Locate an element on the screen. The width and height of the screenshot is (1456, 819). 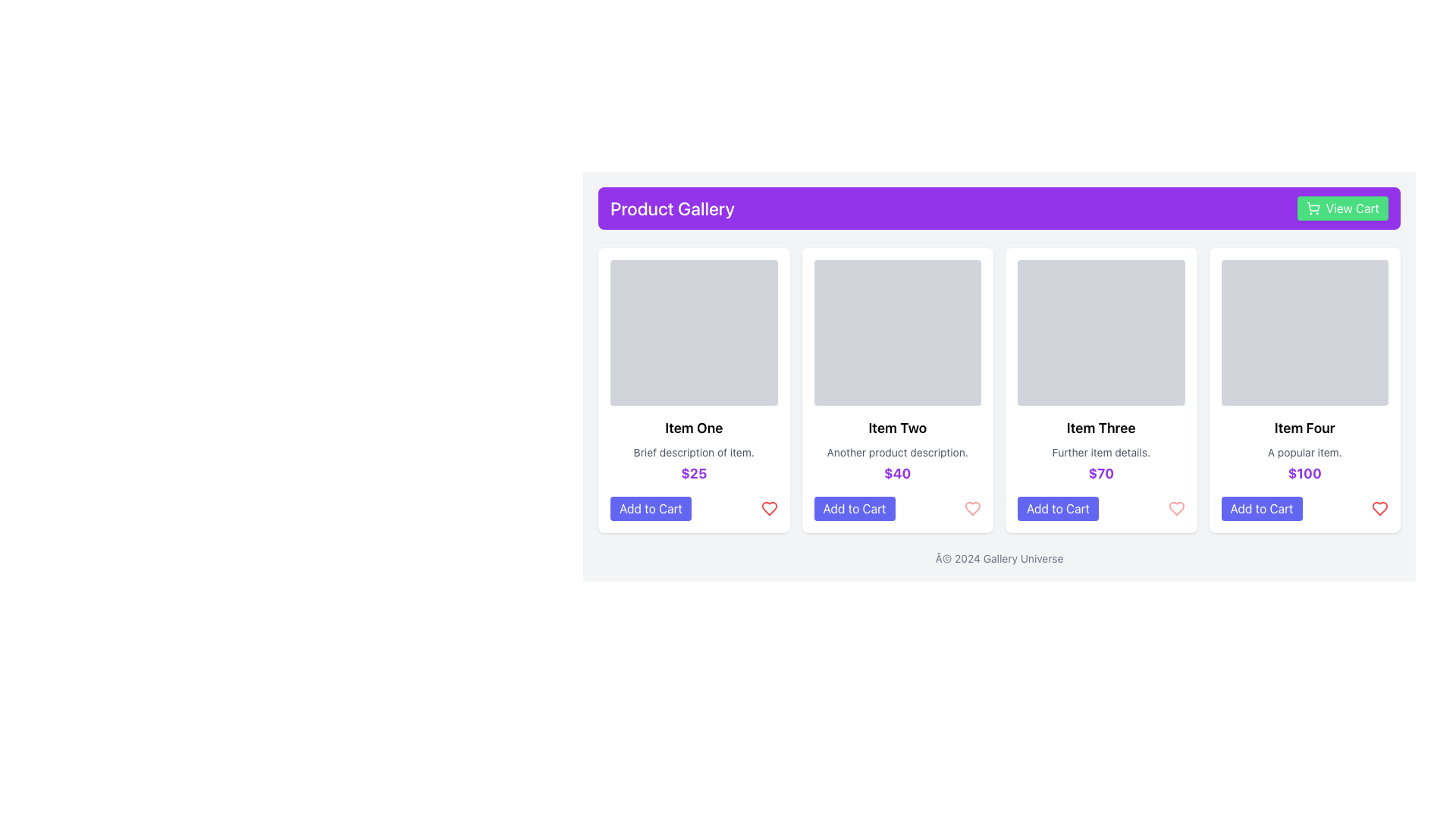
the Card component displaying product information, which is the second card from the left in a grid of four cards is located at coordinates (897, 390).